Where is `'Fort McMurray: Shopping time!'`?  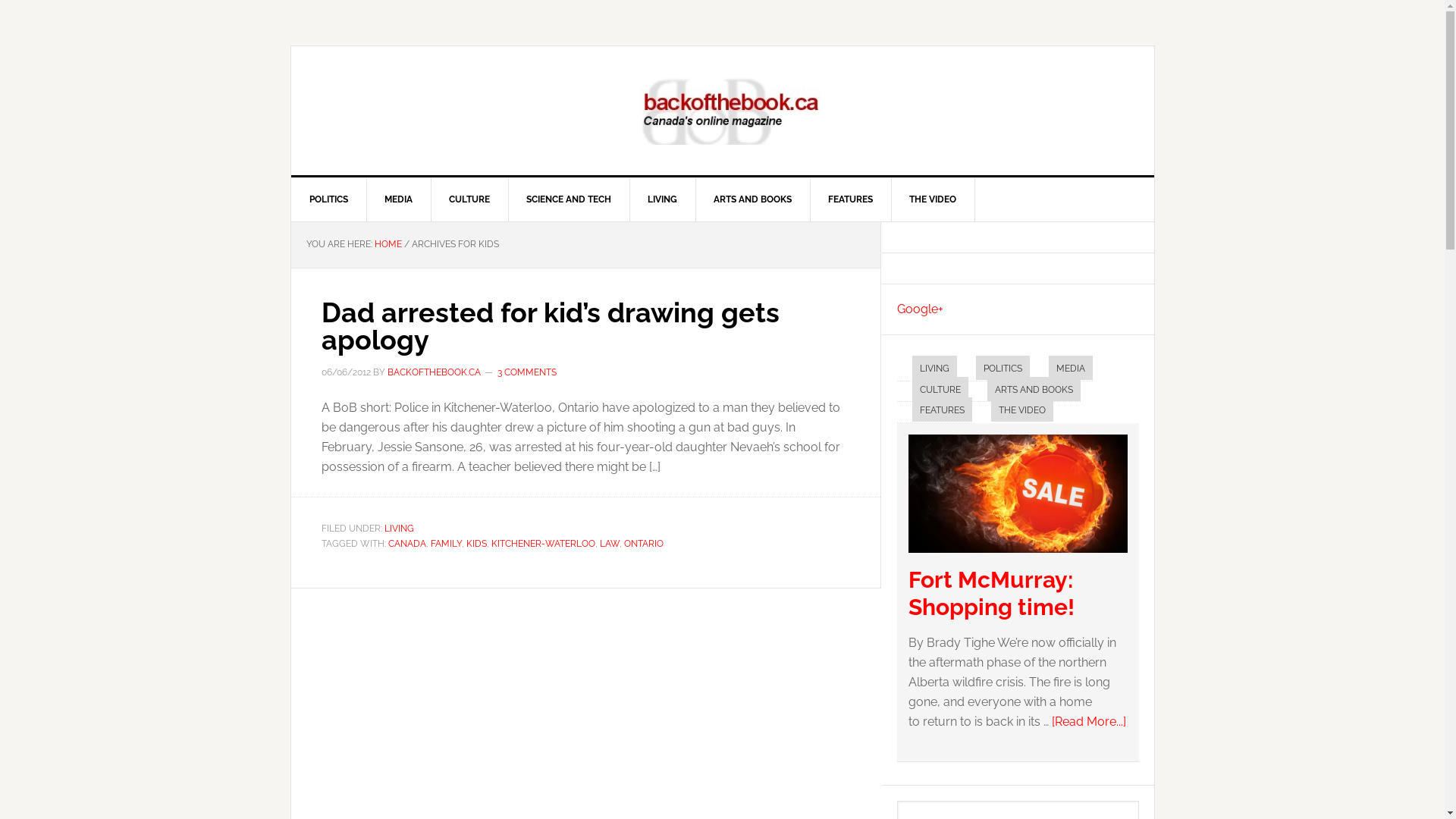
'Fort McMurray: Shopping time!' is located at coordinates (1018, 556).